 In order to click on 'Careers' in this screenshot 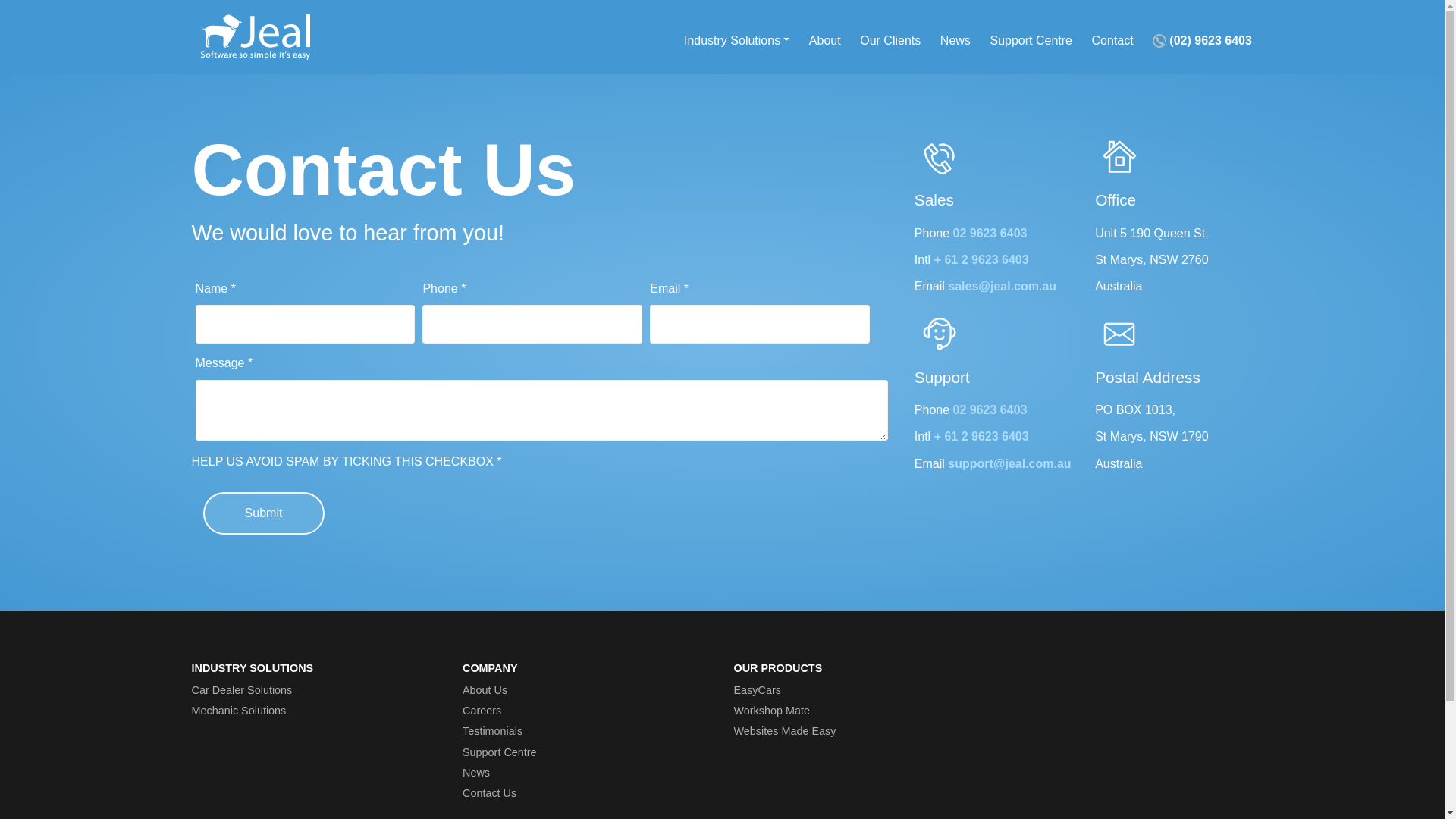, I will do `click(461, 711)`.